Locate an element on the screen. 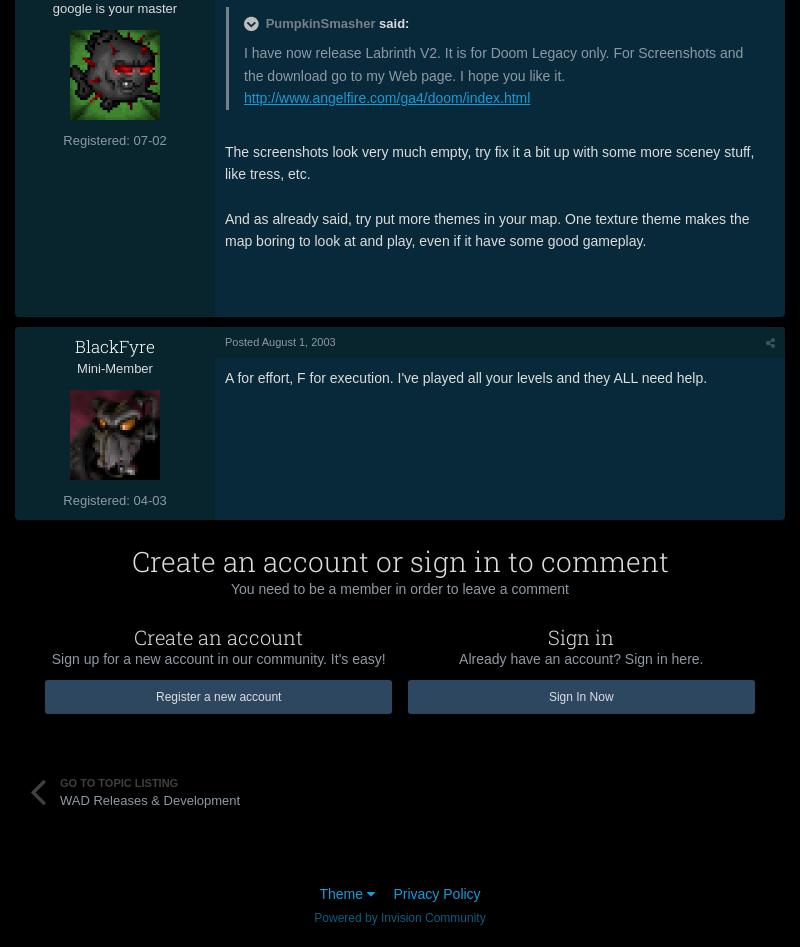  'Theme' is located at coordinates (342, 892).